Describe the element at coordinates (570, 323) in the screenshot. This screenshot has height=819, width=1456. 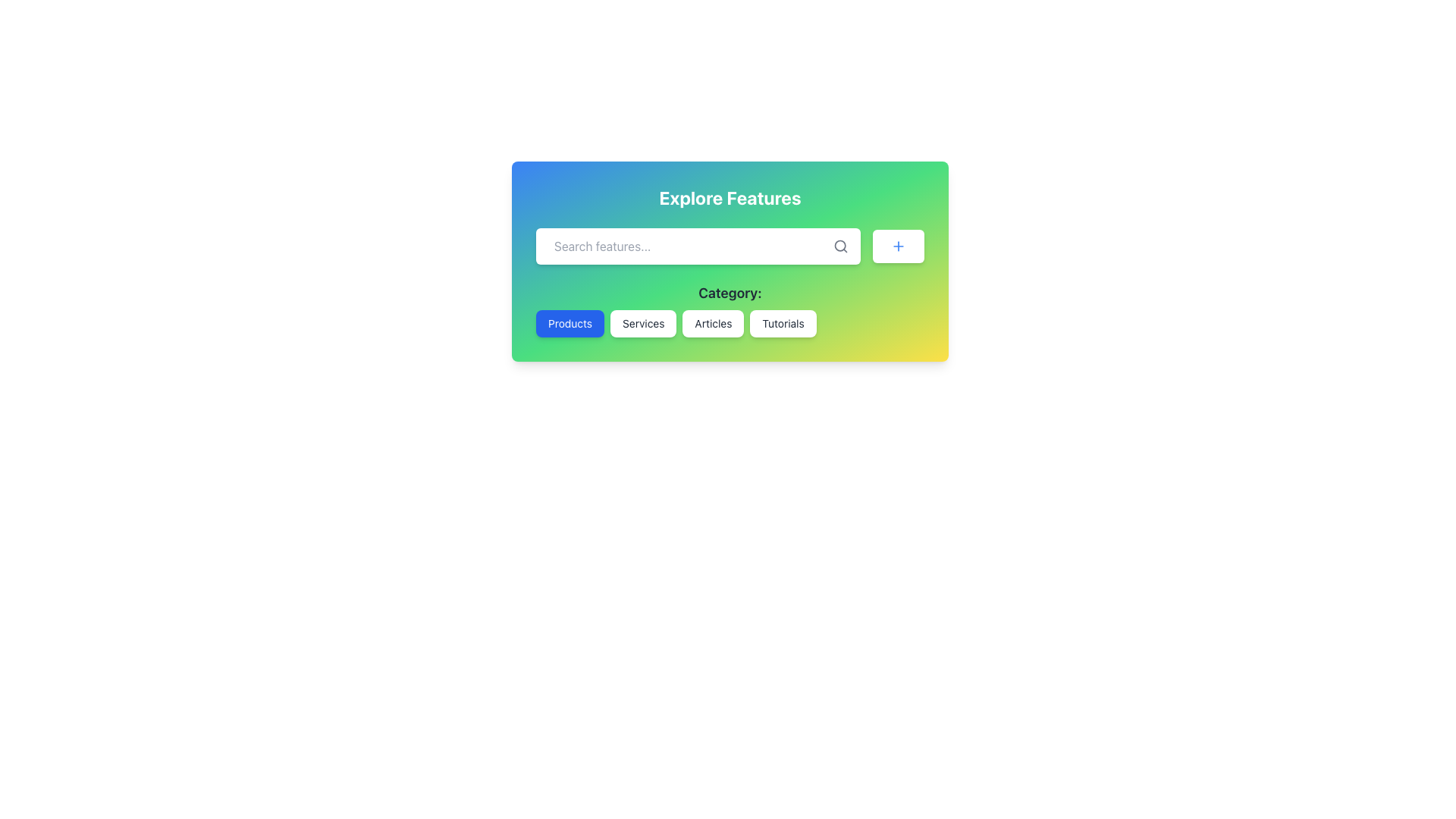
I see `the 'Products' button, which is a rectangular button with rounded corners, styled with a blue background and white text, located below the search bar and to the left of the 'Services' button` at that location.